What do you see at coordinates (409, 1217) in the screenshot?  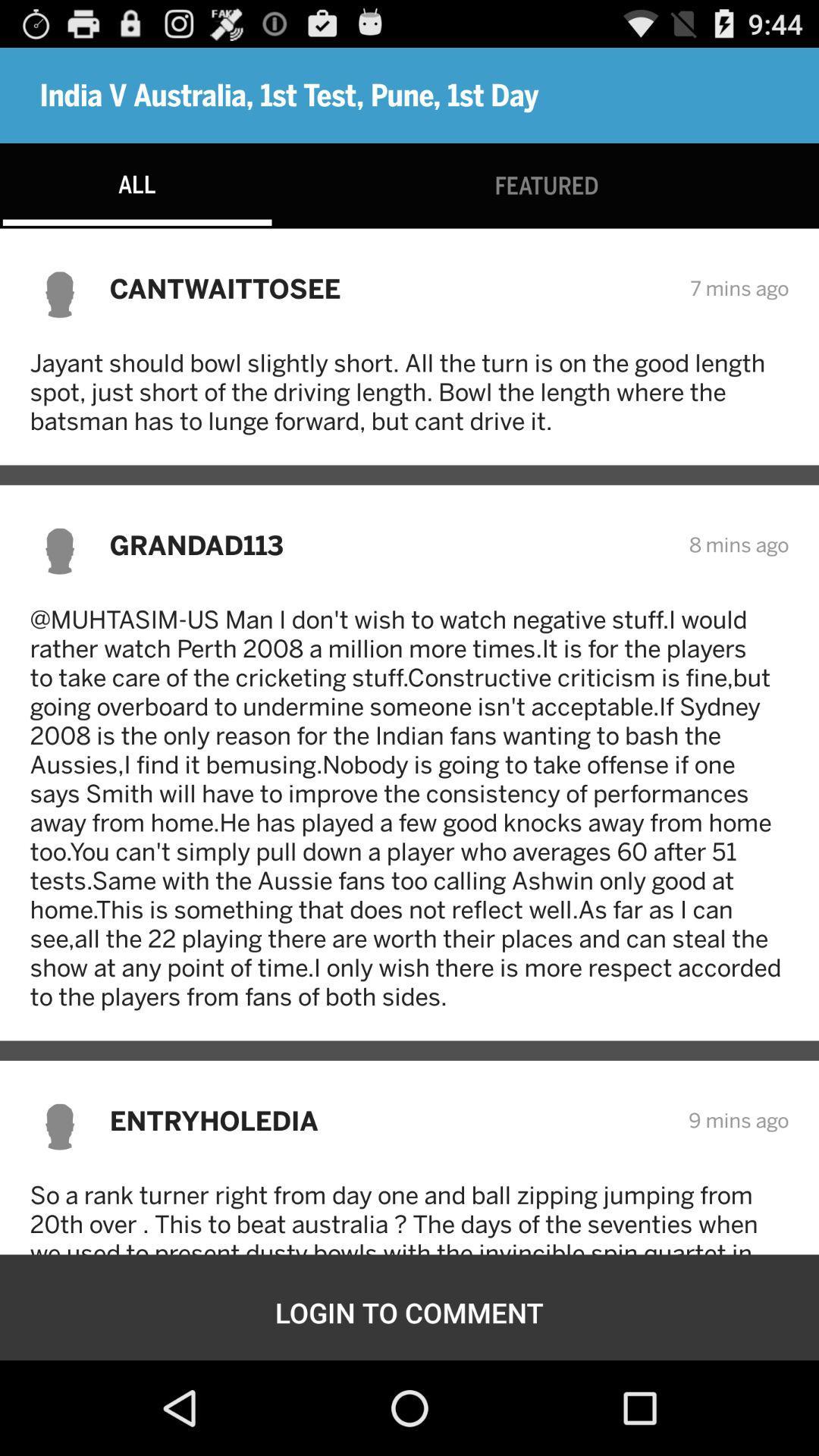 I see `the so a rank icon` at bounding box center [409, 1217].